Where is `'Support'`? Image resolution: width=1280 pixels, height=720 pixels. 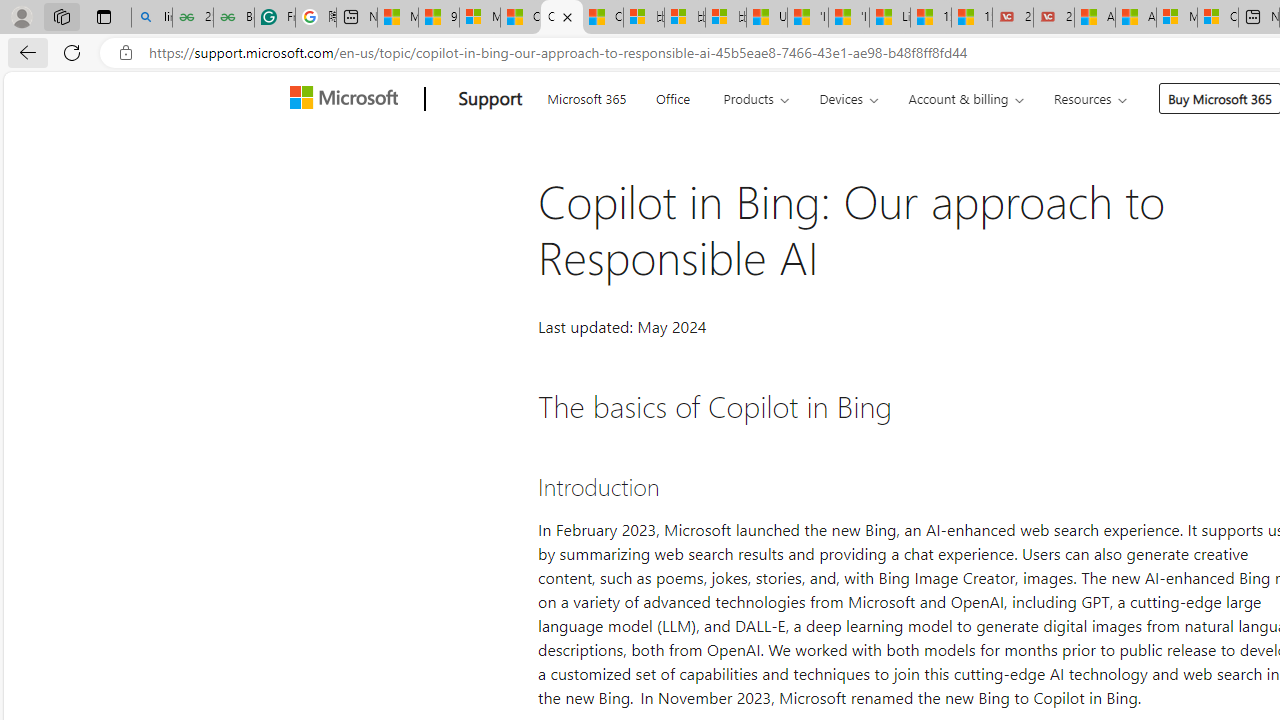 'Support' is located at coordinates (490, 99).